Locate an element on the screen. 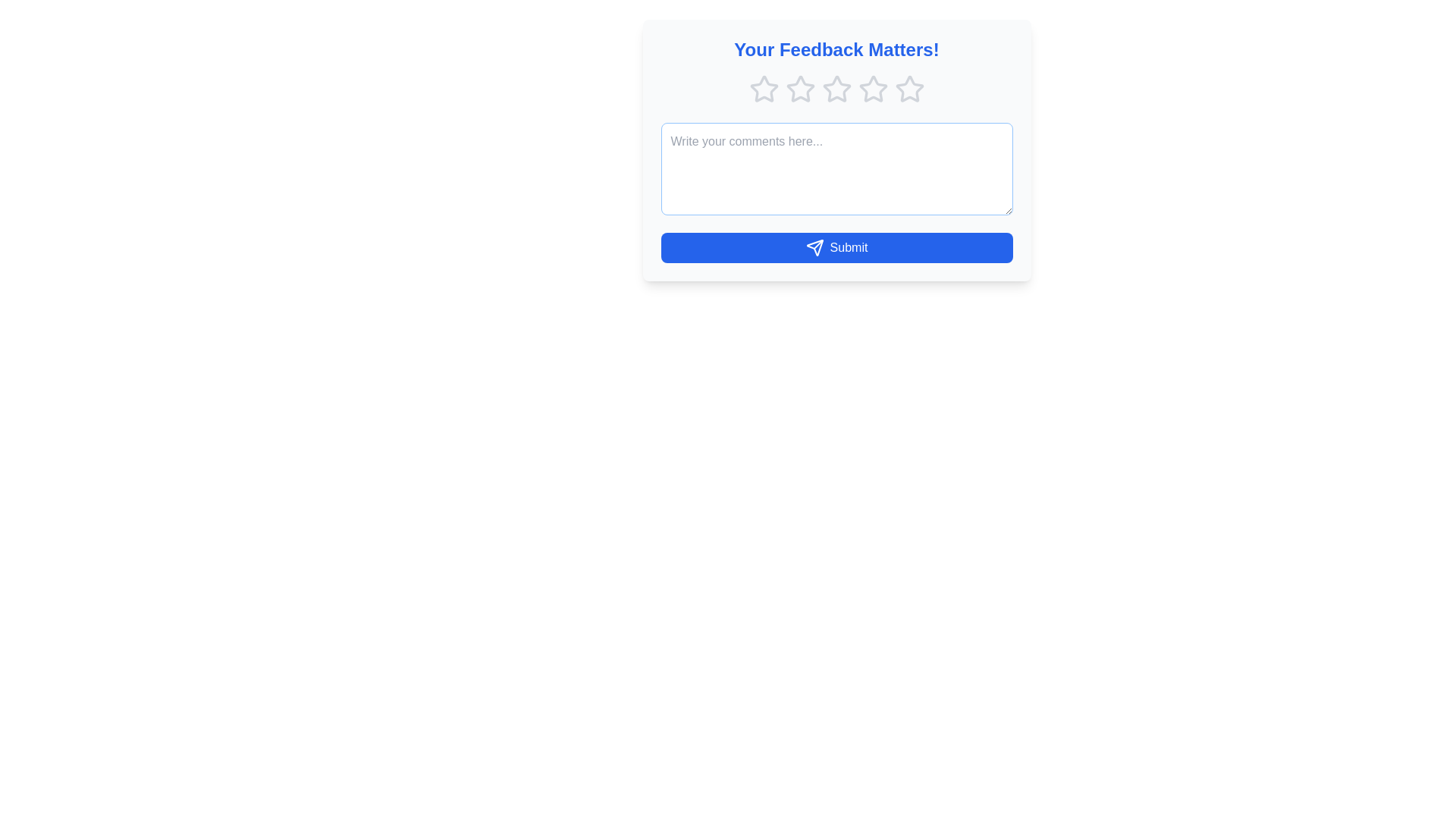  the first hollow star icon in the rating system, which is light gray and aligned horizontally with four other stars is located at coordinates (764, 89).